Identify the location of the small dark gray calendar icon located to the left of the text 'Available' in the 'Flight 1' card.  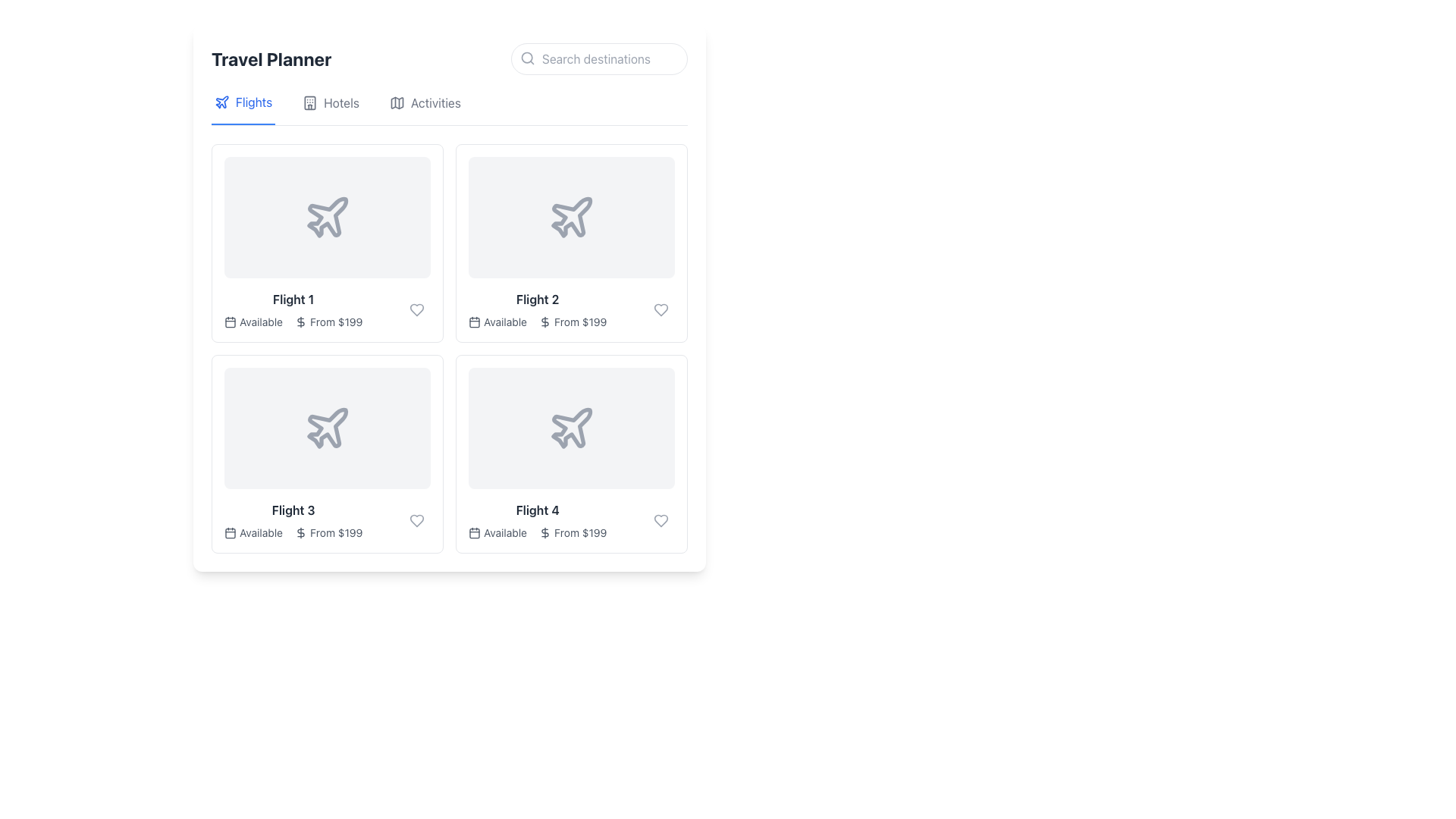
(229, 321).